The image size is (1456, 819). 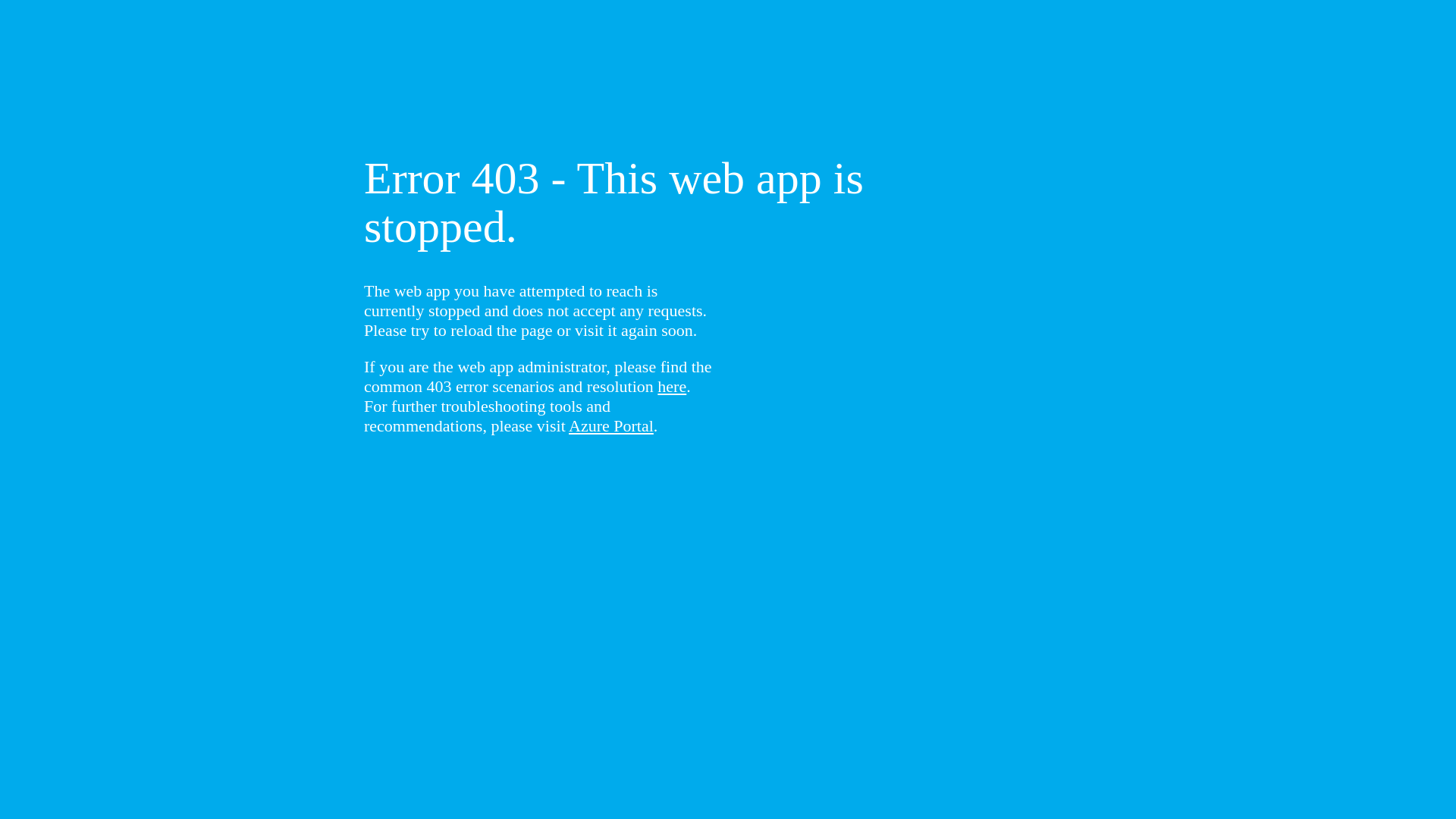 What do you see at coordinates (657, 385) in the screenshot?
I see `'here'` at bounding box center [657, 385].